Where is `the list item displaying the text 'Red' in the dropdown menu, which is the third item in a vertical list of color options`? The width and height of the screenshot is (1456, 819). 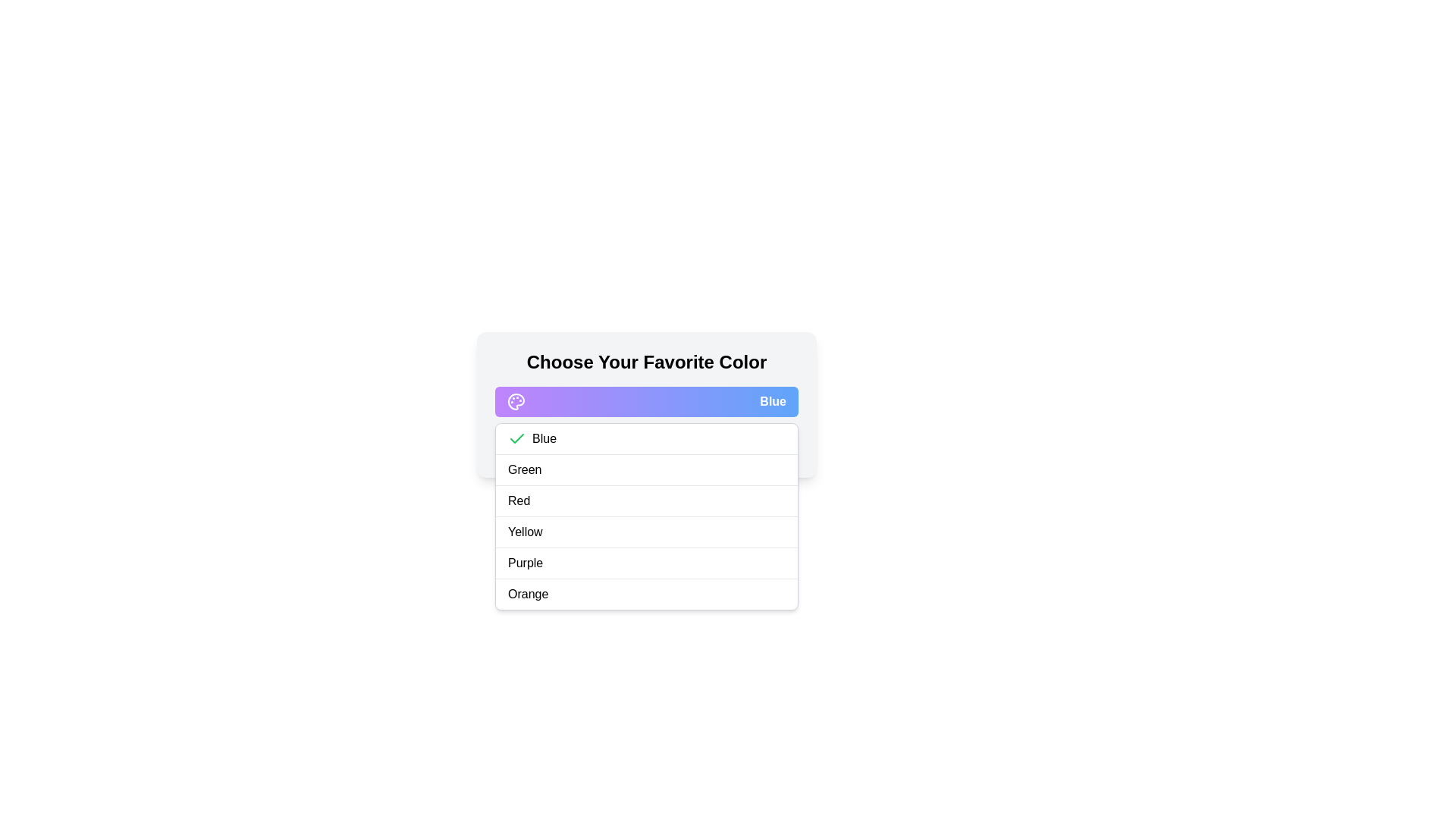 the list item displaying the text 'Red' in the dropdown menu, which is the third item in a vertical list of color options is located at coordinates (647, 501).